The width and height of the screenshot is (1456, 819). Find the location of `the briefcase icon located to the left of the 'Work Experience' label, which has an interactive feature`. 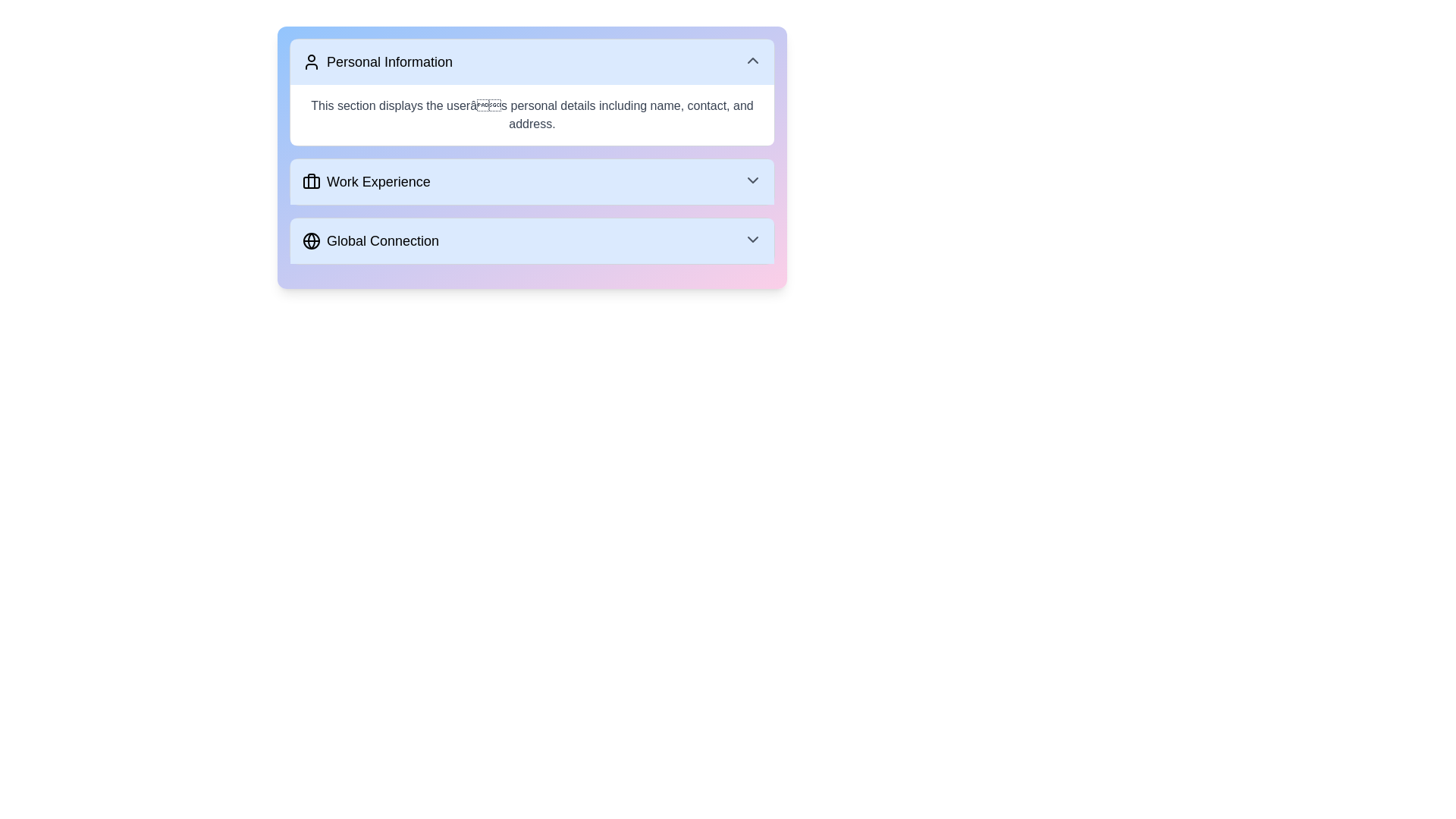

the briefcase icon located to the left of the 'Work Experience' label, which has an interactive feature is located at coordinates (311, 180).